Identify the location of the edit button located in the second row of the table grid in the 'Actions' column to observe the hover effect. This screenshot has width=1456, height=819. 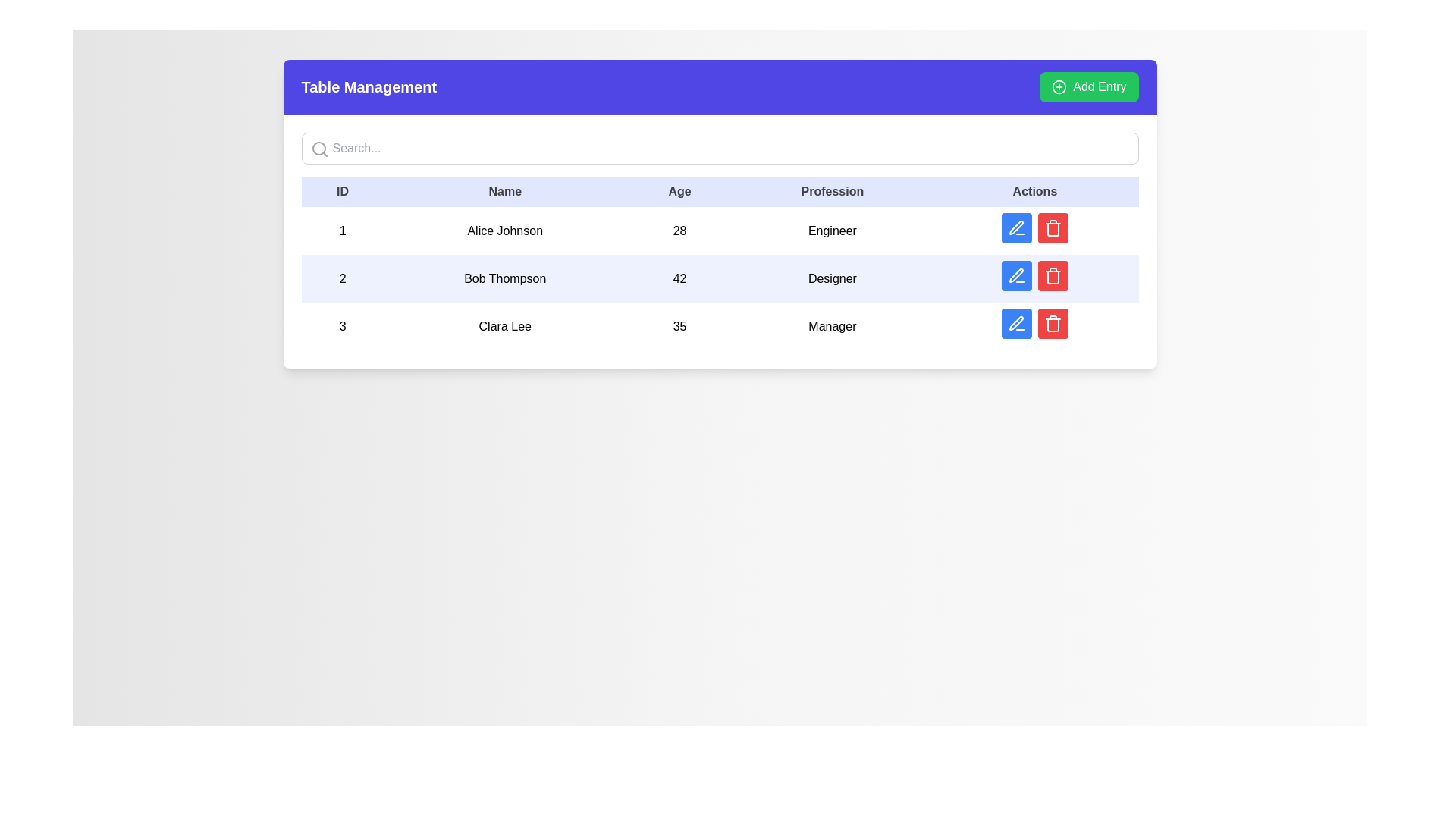
(1016, 275).